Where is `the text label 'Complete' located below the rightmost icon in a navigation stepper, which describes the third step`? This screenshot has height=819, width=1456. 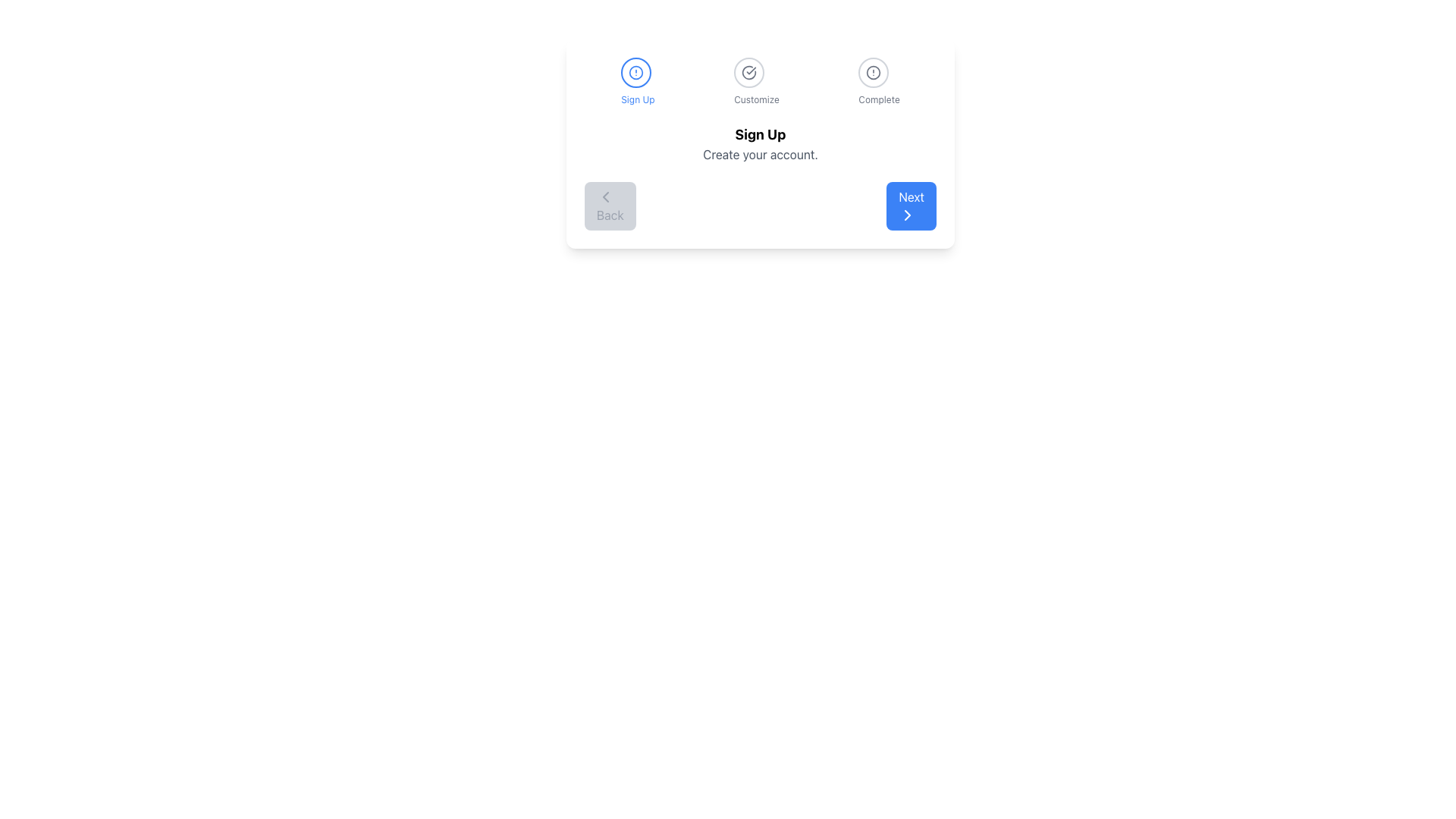
the text label 'Complete' located below the rightmost icon in a navigation stepper, which describes the third step is located at coordinates (879, 99).